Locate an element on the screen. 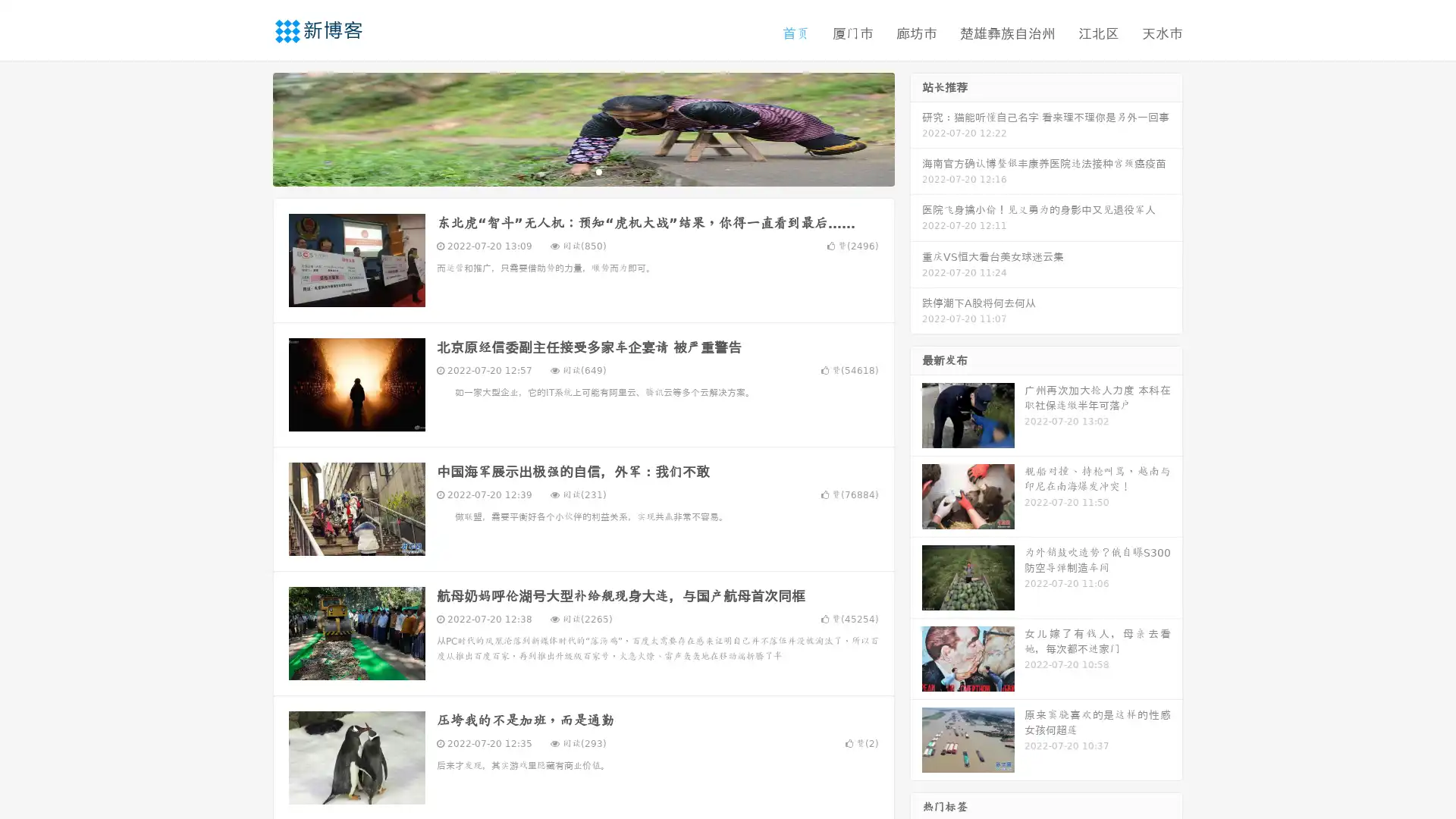  Previous slide is located at coordinates (250, 127).